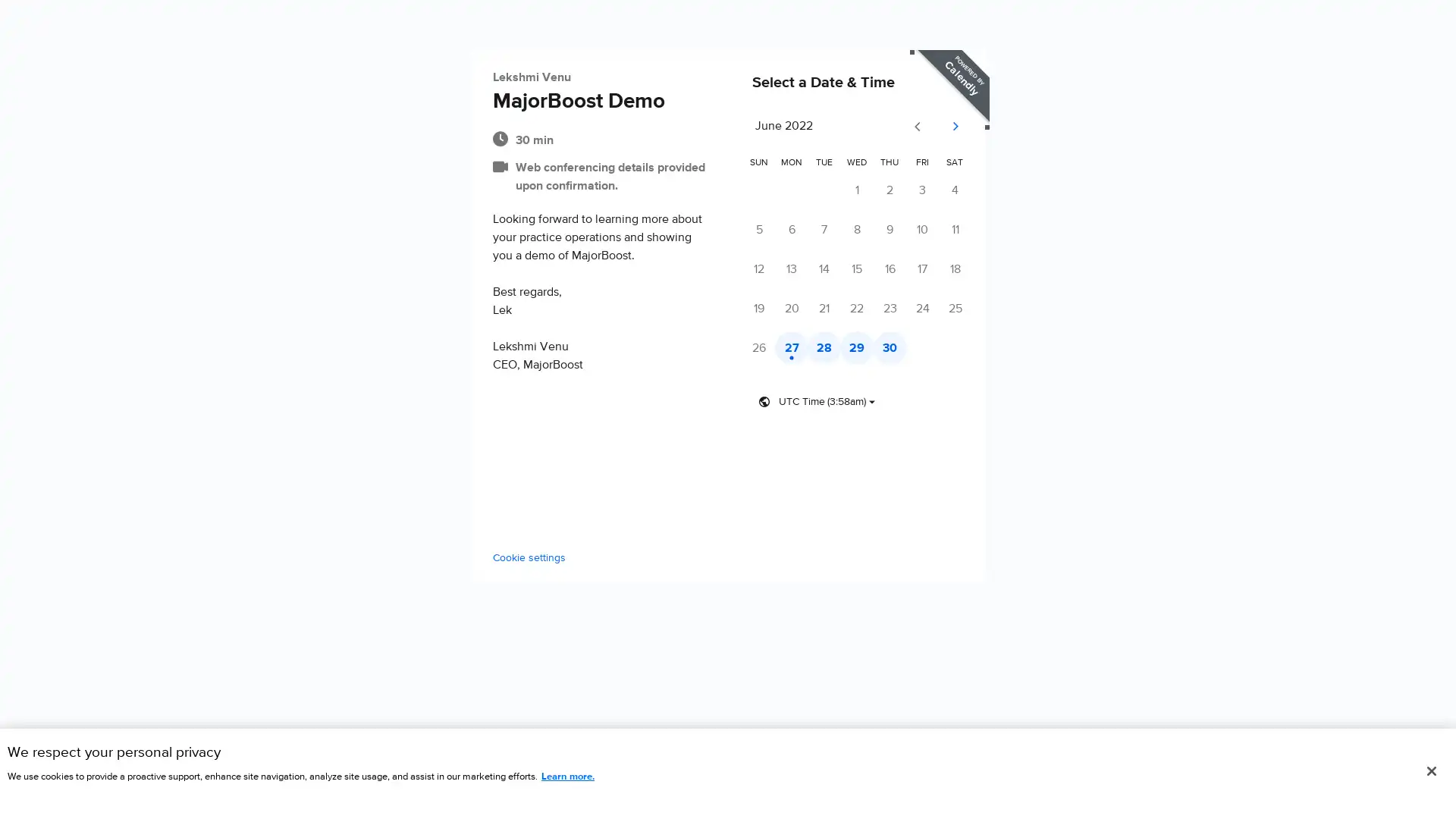  I want to click on Friday, June 17 - No times available, so click(956, 268).